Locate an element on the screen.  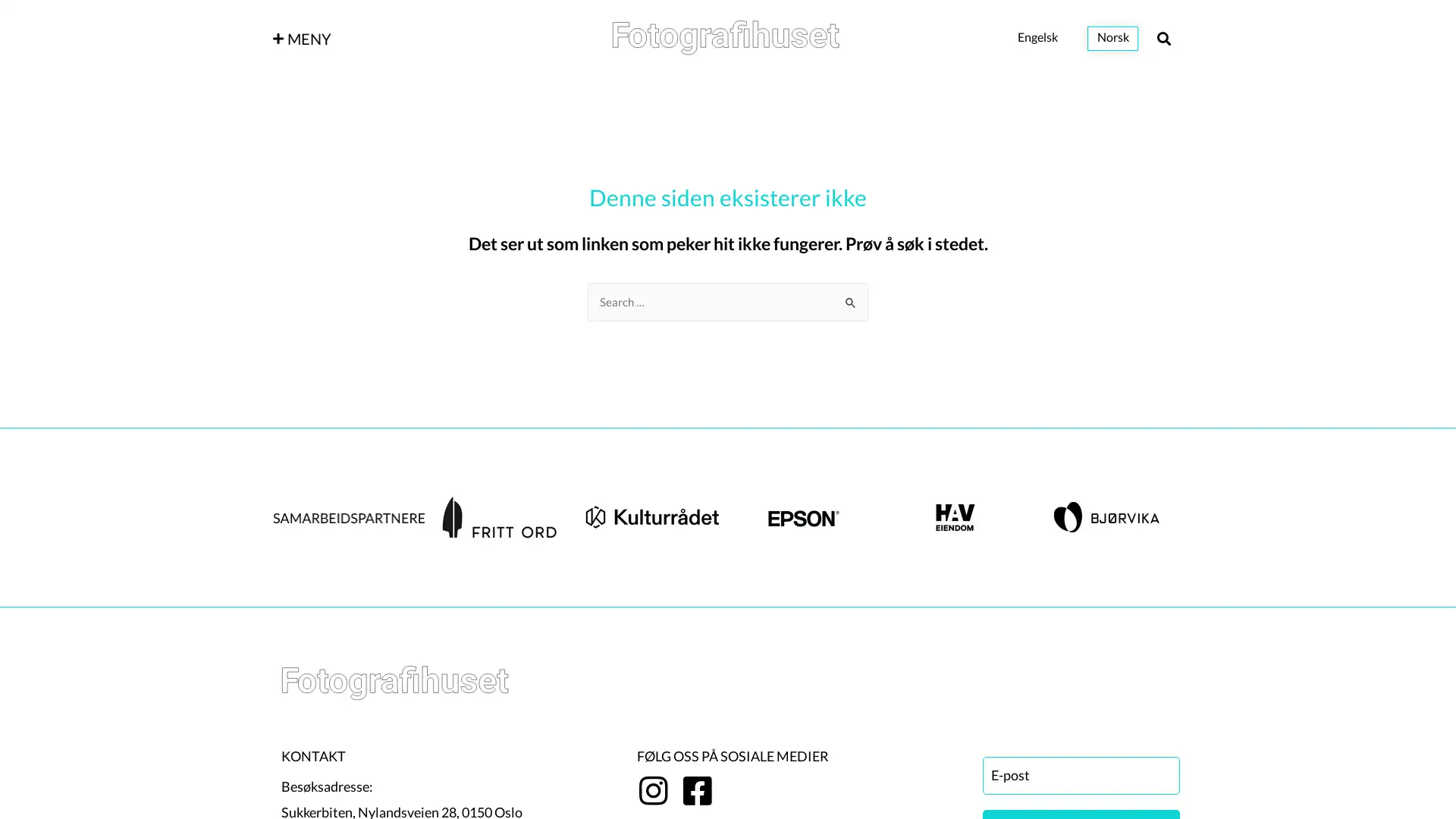
Sk is located at coordinates (851, 297).